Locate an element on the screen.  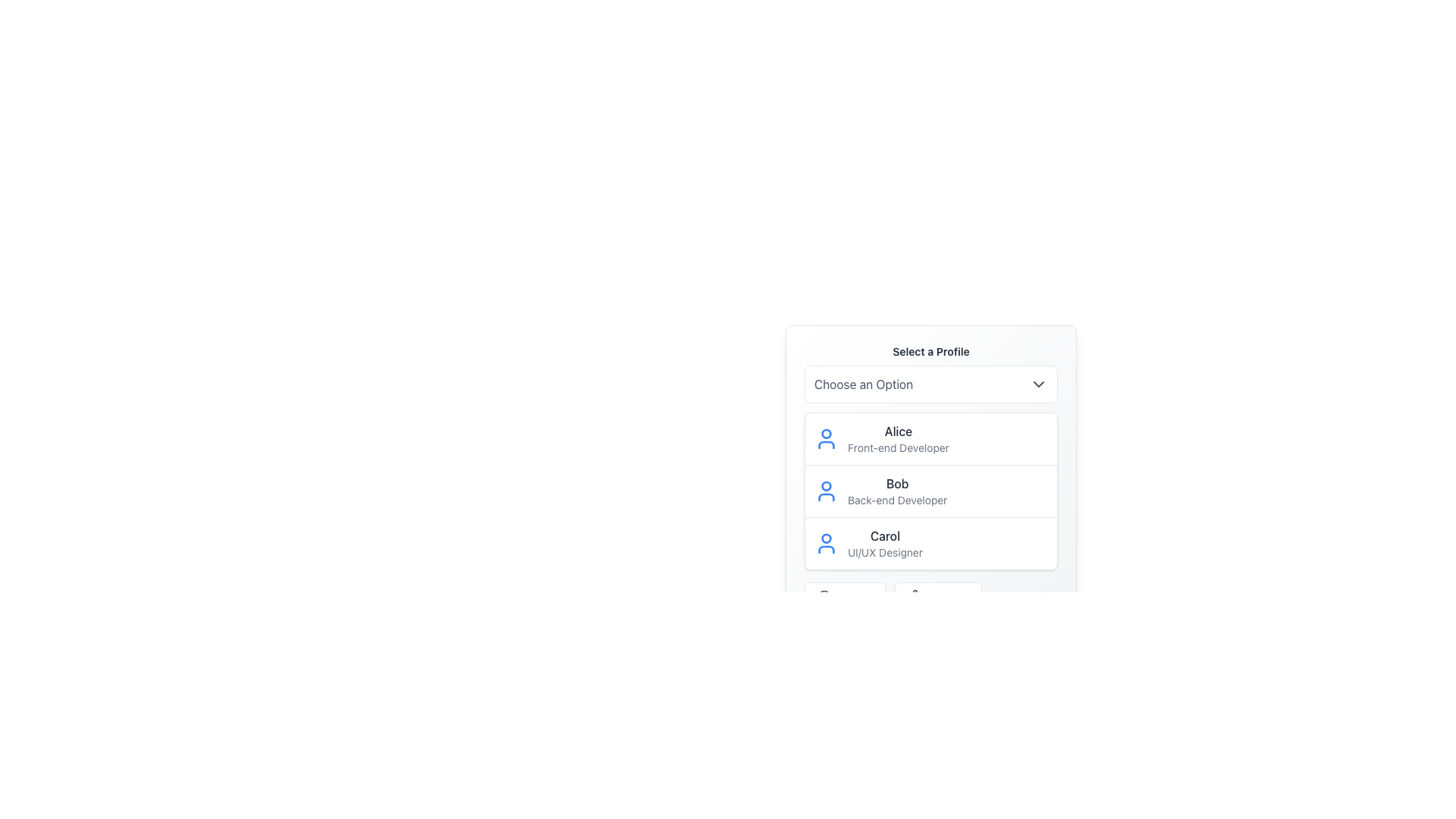
the search icon located within the 'Search' button at the bottom of the dropdown menu is located at coordinates (824, 595).